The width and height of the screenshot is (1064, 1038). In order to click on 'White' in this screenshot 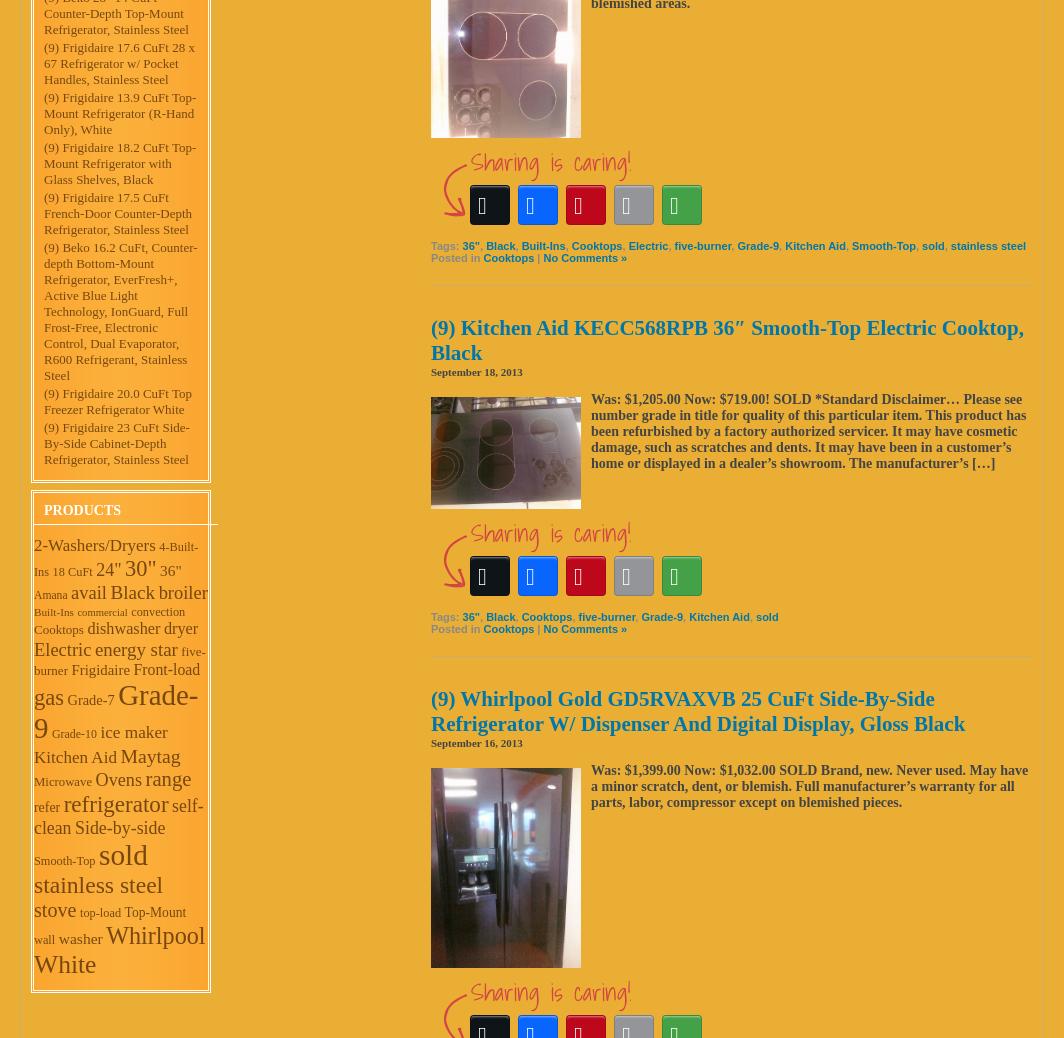, I will do `click(65, 964)`.